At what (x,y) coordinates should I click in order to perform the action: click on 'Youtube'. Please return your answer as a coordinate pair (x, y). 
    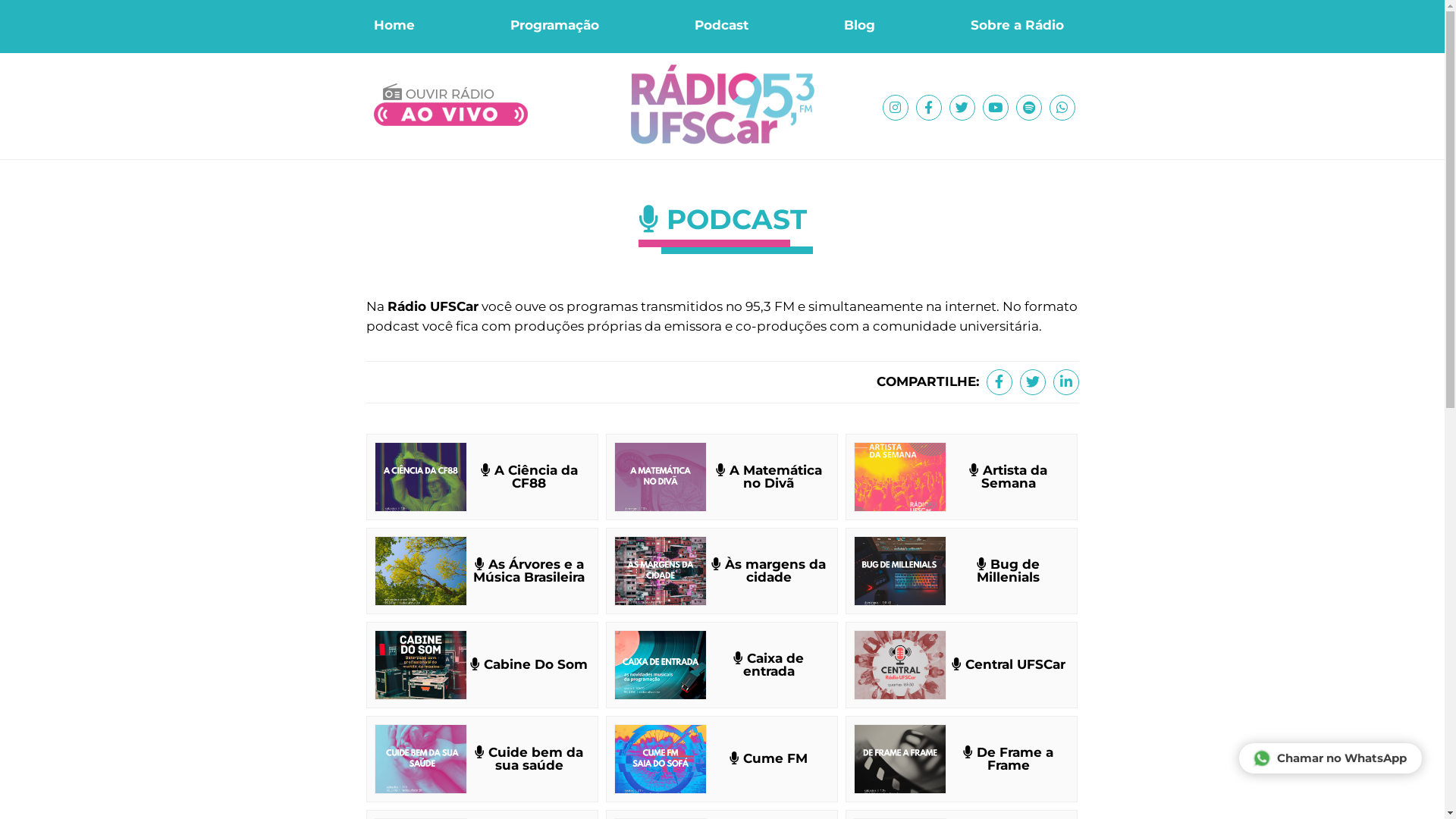
    Looking at the image, I should click on (996, 107).